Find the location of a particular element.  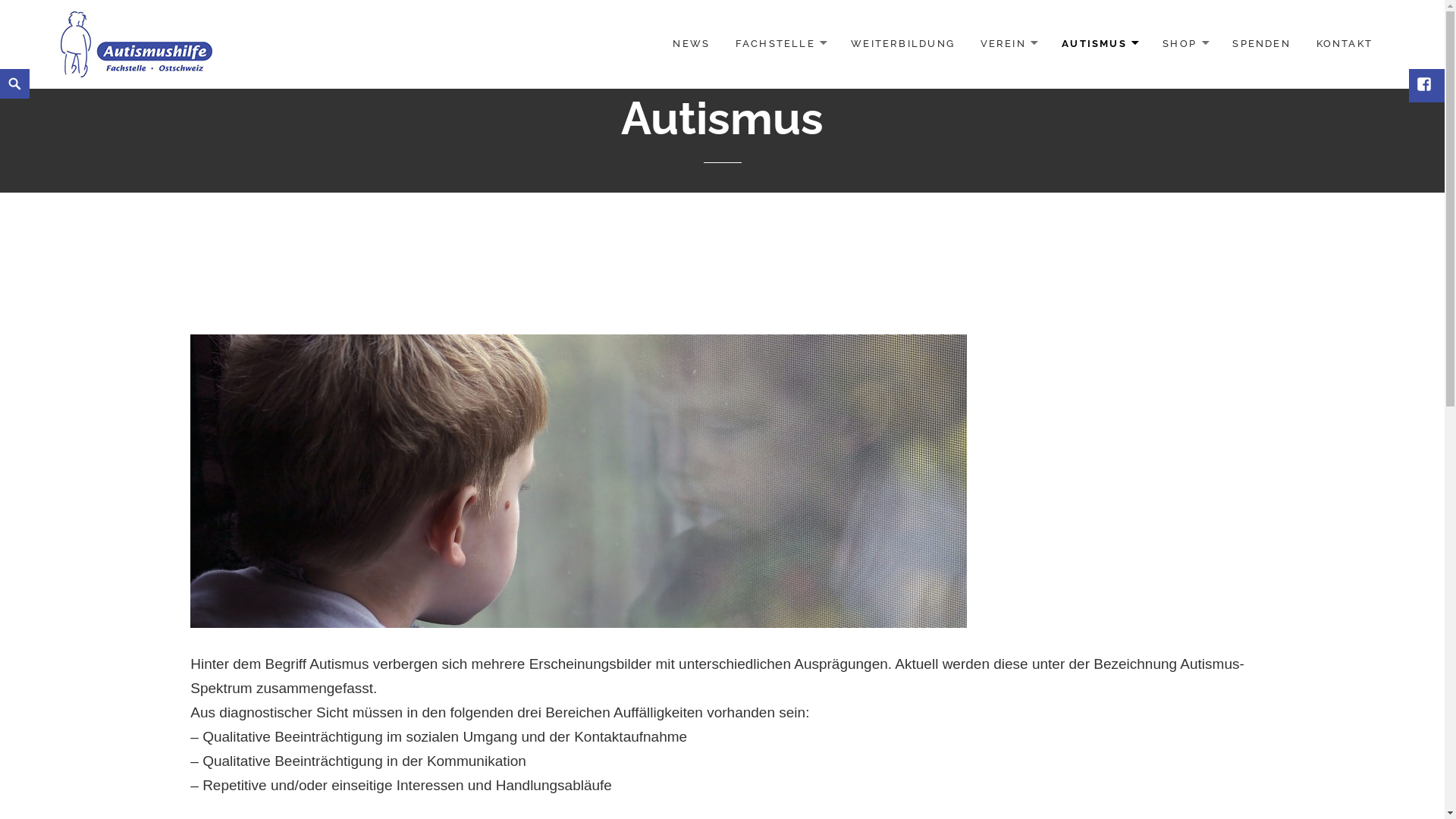

'WEITERBILDUNG' is located at coordinates (902, 42).